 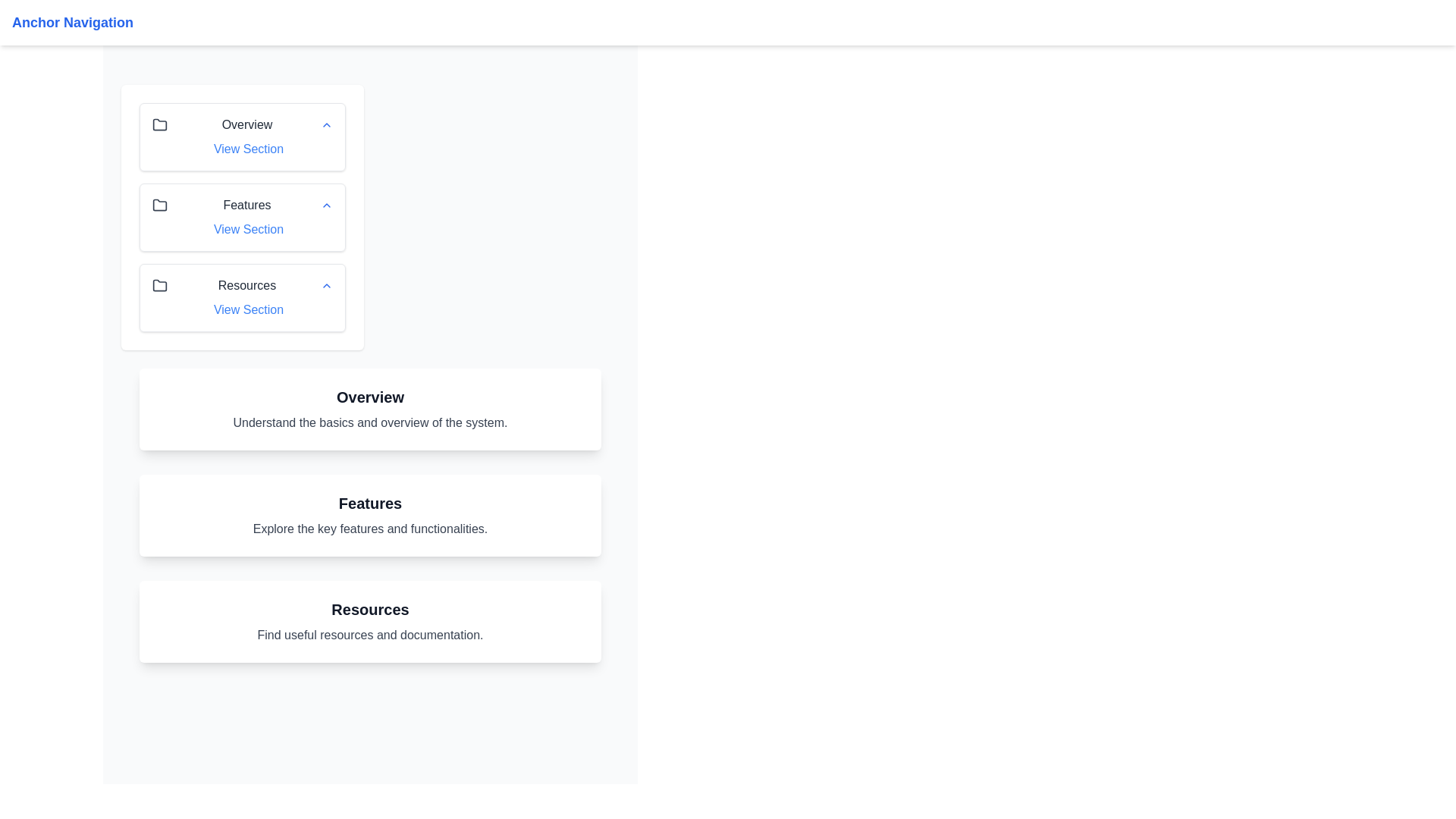 What do you see at coordinates (248, 149) in the screenshot?
I see `the blue, underlined hyperlink labeled 'View Section' located in the sidebar menu under the 'Overview' section` at bounding box center [248, 149].